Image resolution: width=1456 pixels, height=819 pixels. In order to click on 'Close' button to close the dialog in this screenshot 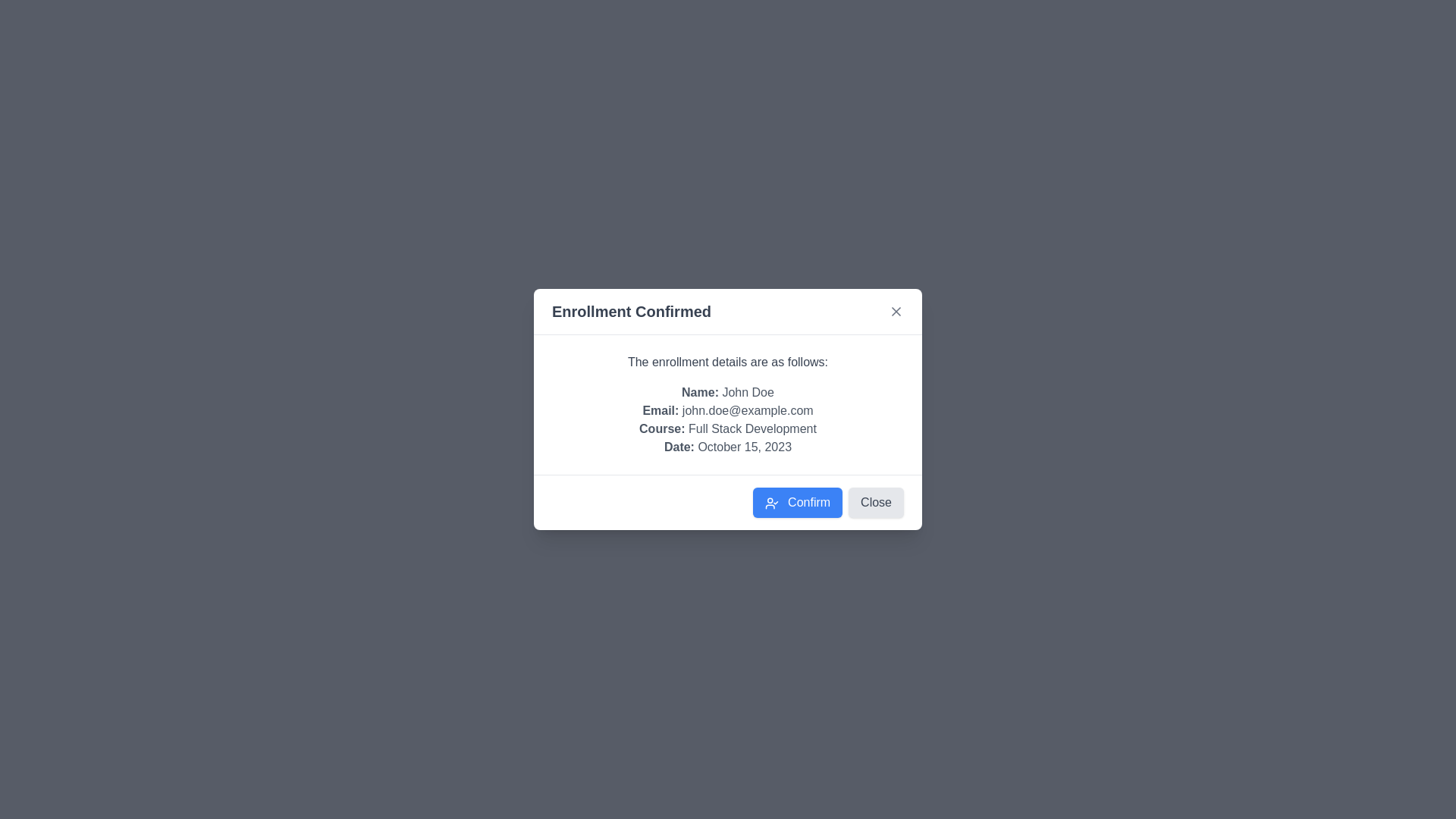, I will do `click(876, 503)`.